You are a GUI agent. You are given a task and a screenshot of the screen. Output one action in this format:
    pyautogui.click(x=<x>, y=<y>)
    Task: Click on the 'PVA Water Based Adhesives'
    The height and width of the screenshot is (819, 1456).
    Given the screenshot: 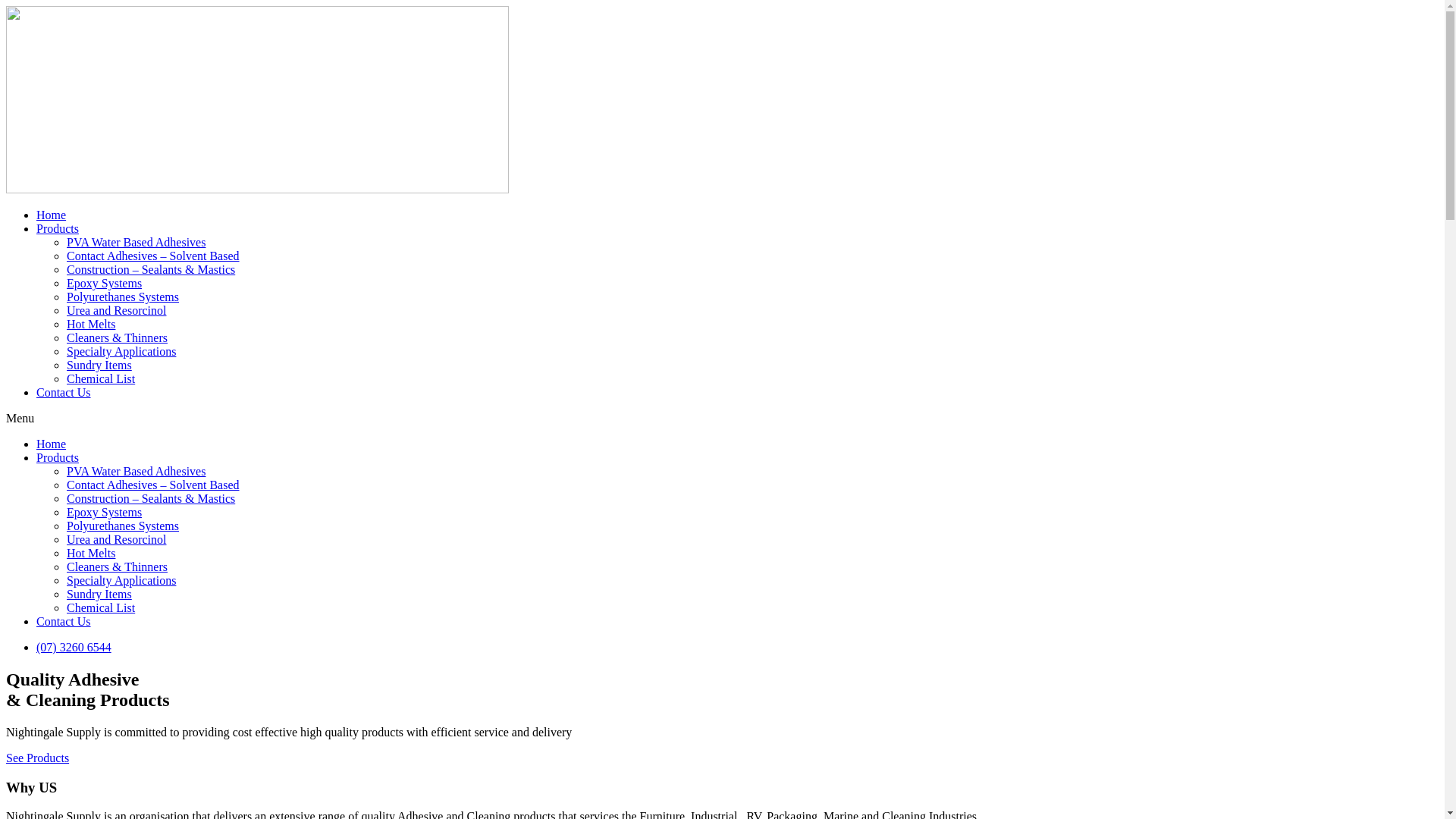 What is the action you would take?
    pyautogui.click(x=136, y=470)
    